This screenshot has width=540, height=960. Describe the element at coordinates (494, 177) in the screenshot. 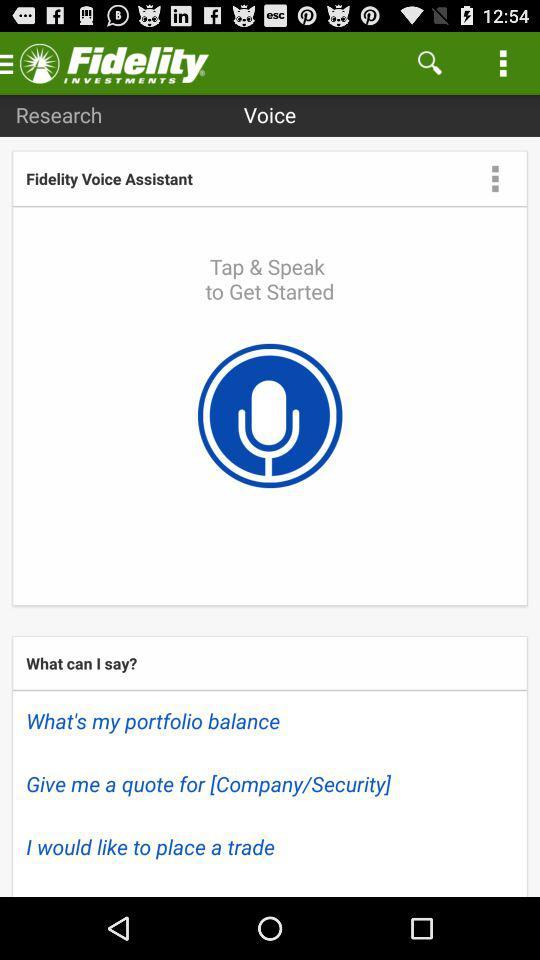

I see `open drop down menu` at that location.